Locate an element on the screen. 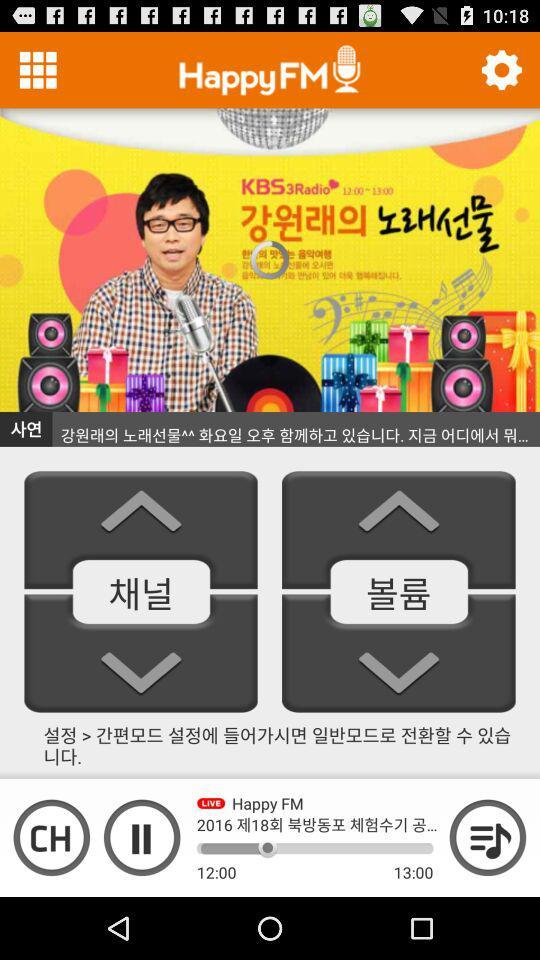 The image size is (540, 960). the settings icon is located at coordinates (500, 74).